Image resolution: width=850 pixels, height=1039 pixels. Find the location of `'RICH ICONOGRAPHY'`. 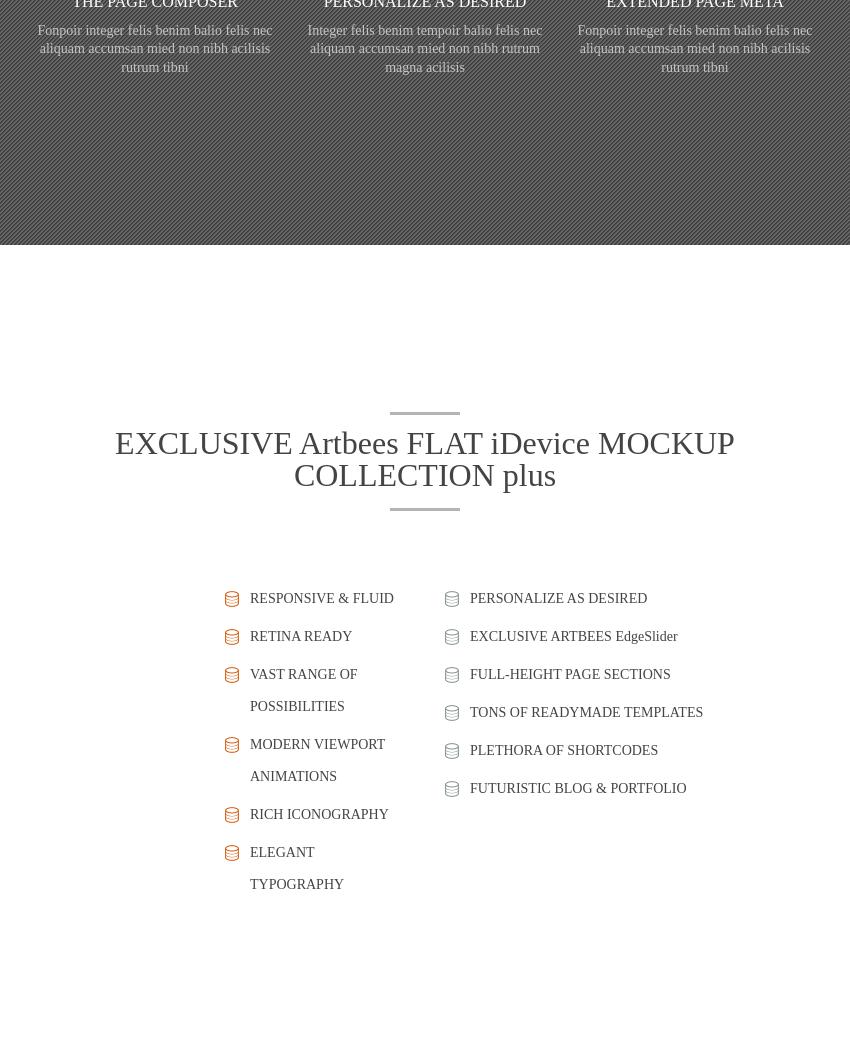

'RICH ICONOGRAPHY' is located at coordinates (319, 812).